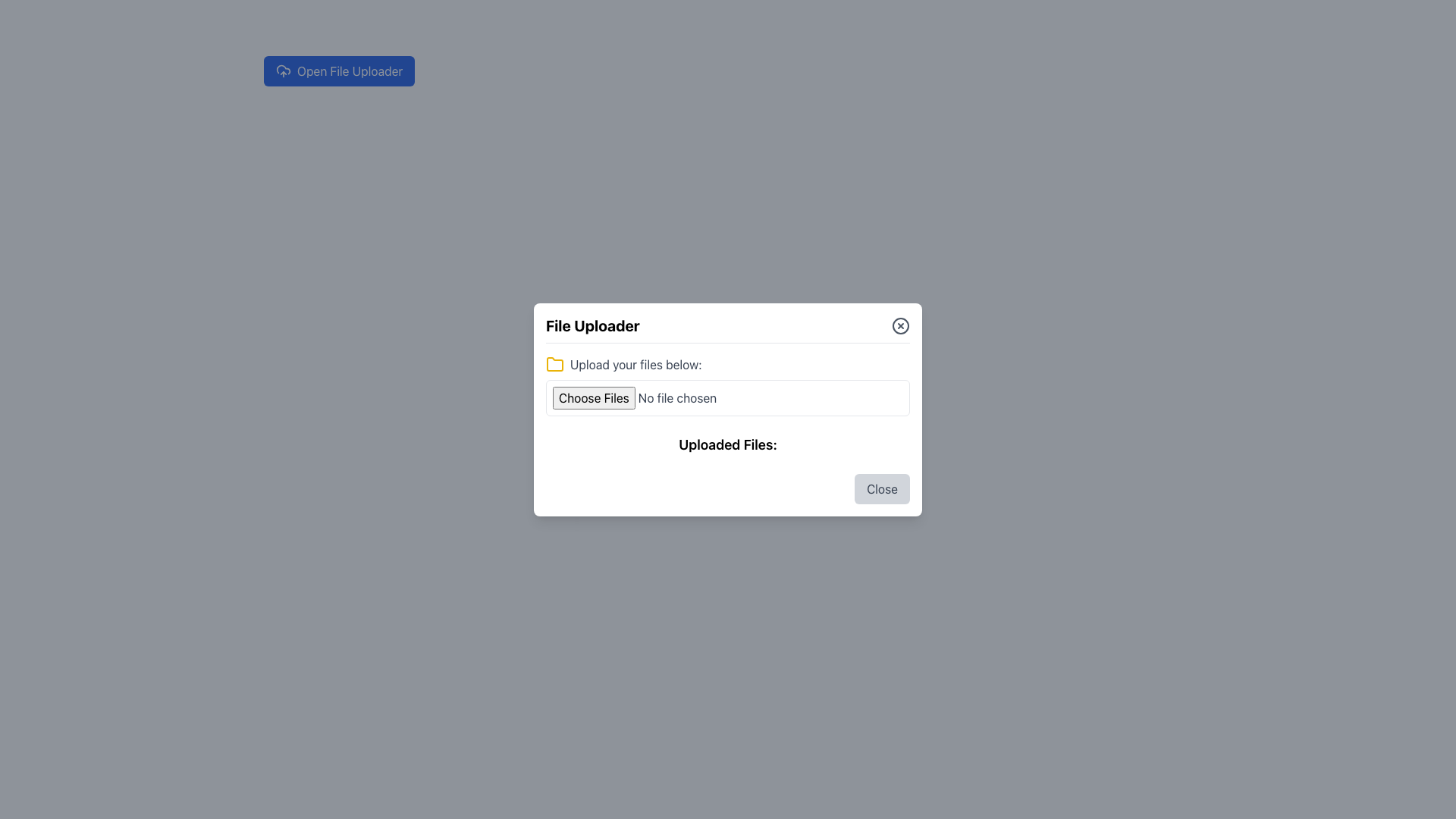  I want to click on the close button graphical icon located at the top-right corner of the modal window's header area, so click(901, 325).